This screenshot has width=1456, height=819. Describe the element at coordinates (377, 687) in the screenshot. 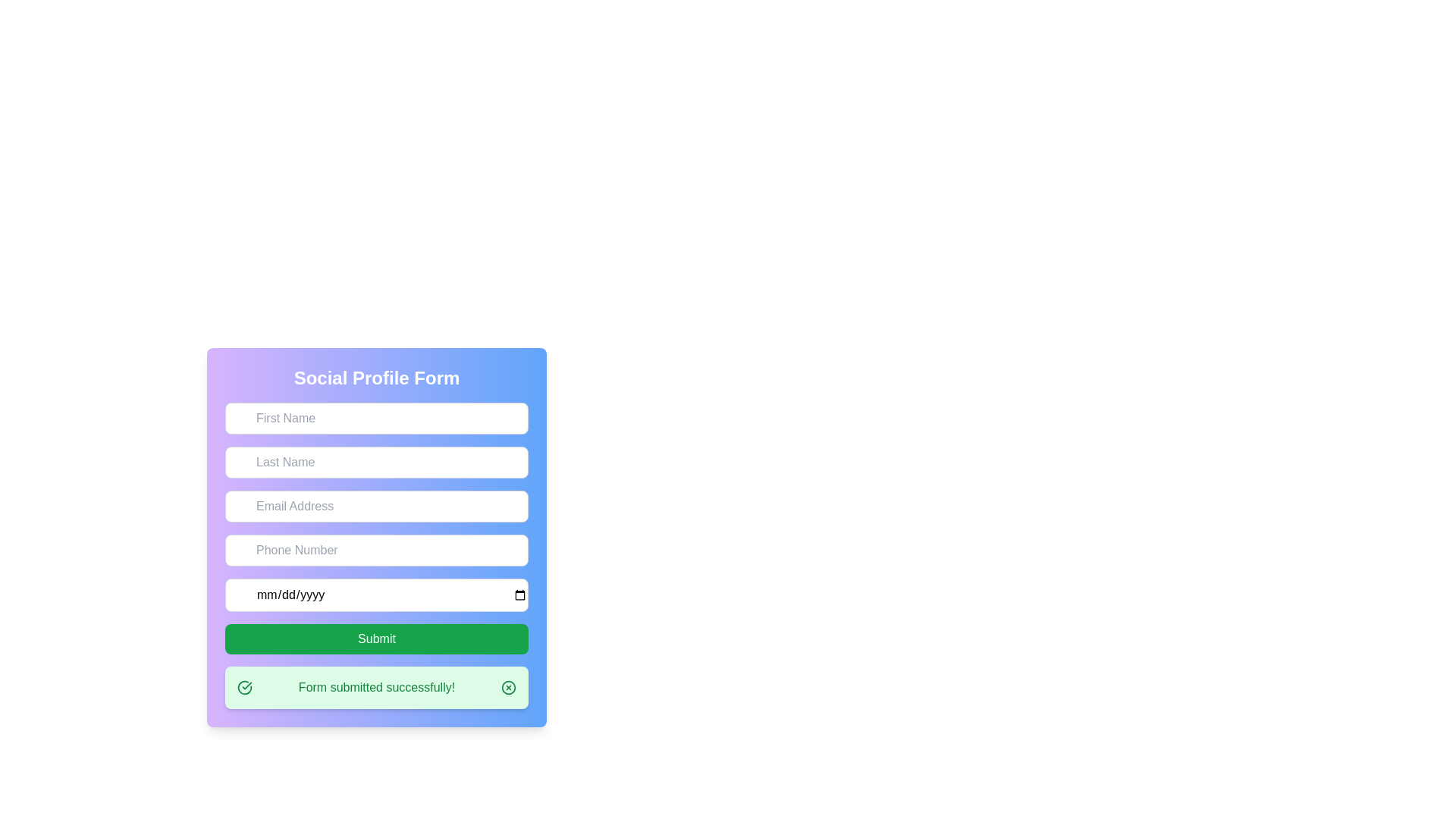

I see `the Notification banner that displays the message 'Form submitted successfully!' with a green background and interactive close icon` at that location.